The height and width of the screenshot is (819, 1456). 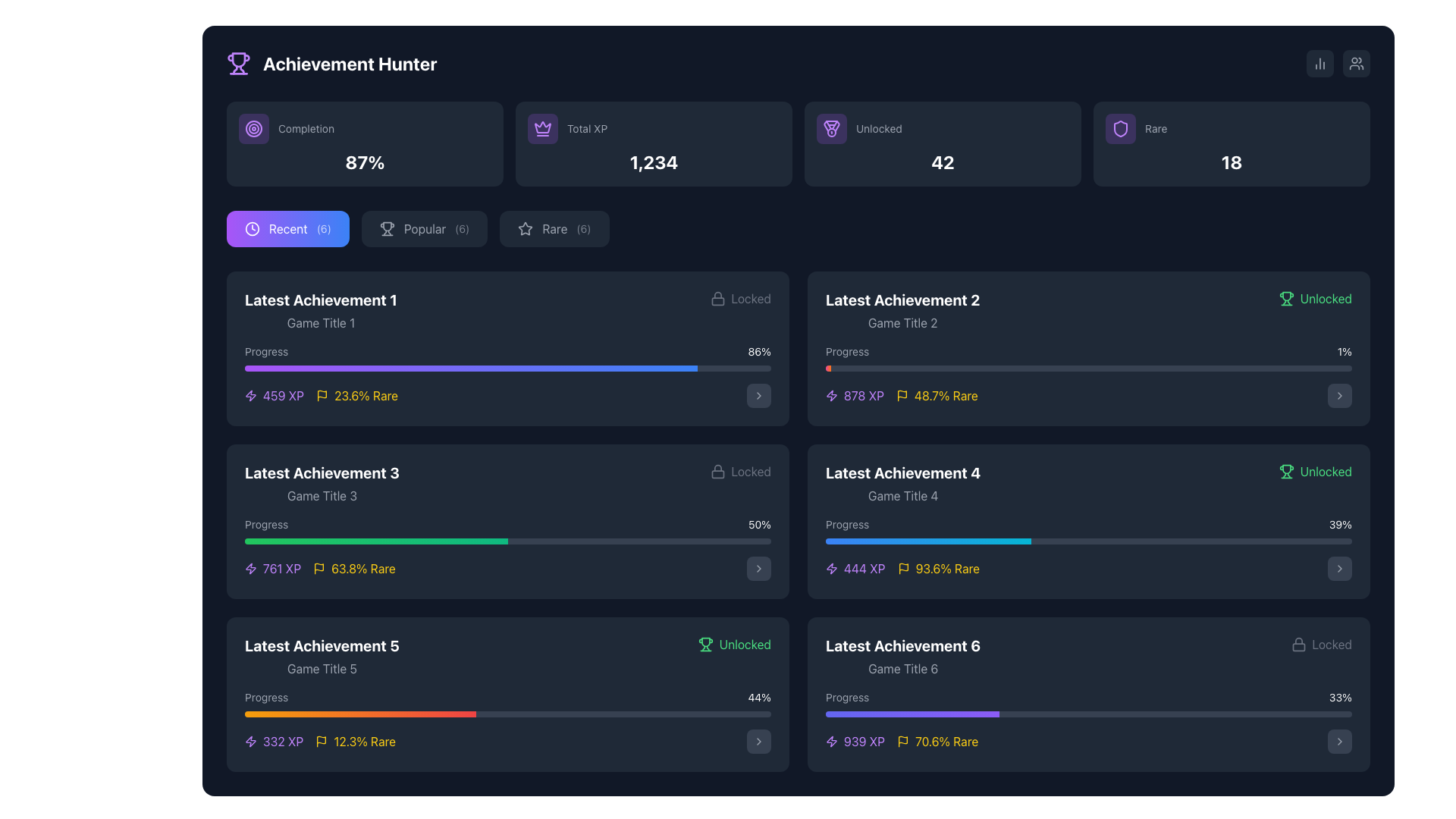 What do you see at coordinates (252, 228) in the screenshot?
I see `SVG properties of the stroked circle within the 'Recent' button's clock icon located on the left section of the interface` at bounding box center [252, 228].